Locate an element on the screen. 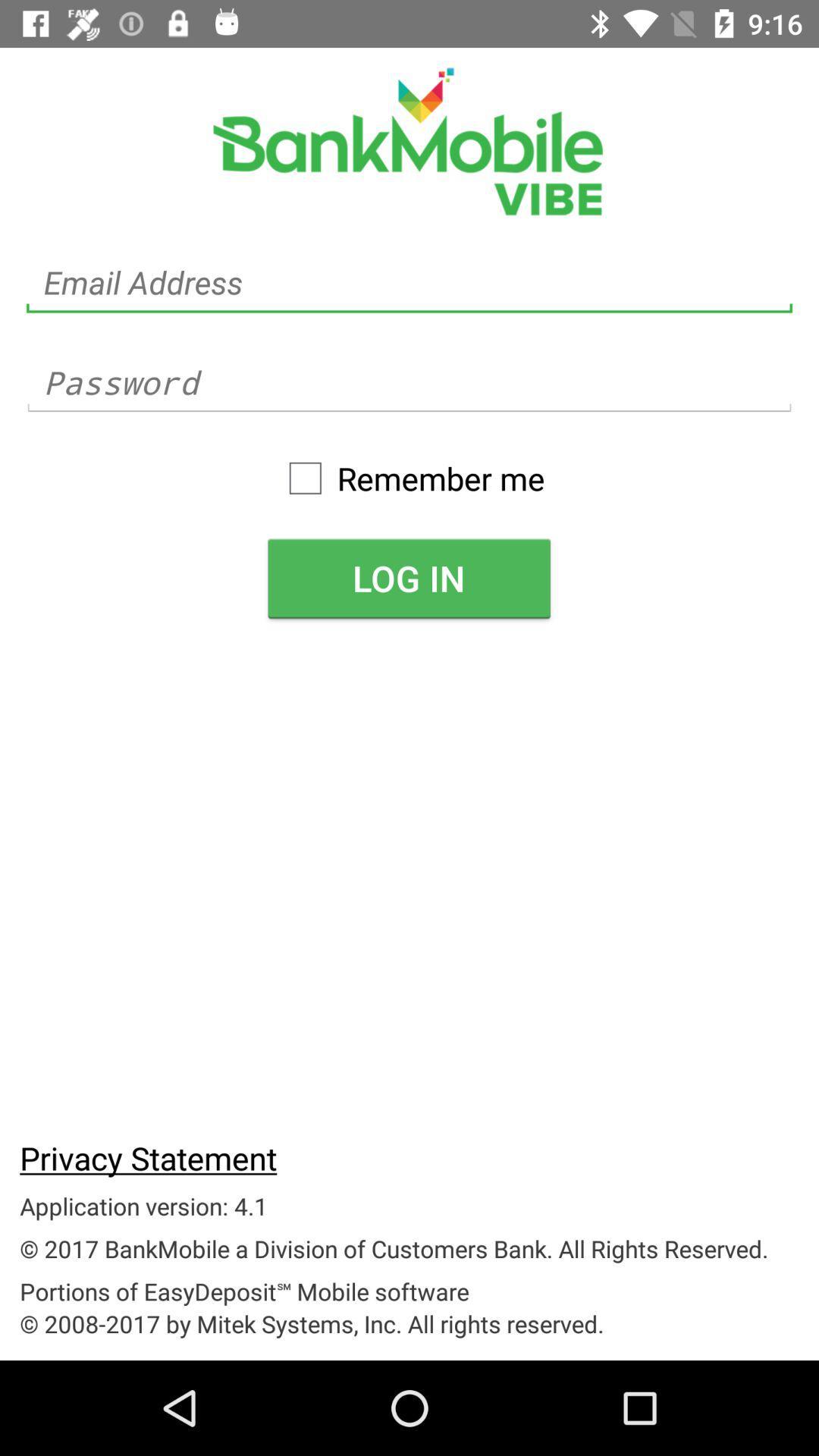 The height and width of the screenshot is (1456, 819). log in item is located at coordinates (408, 577).